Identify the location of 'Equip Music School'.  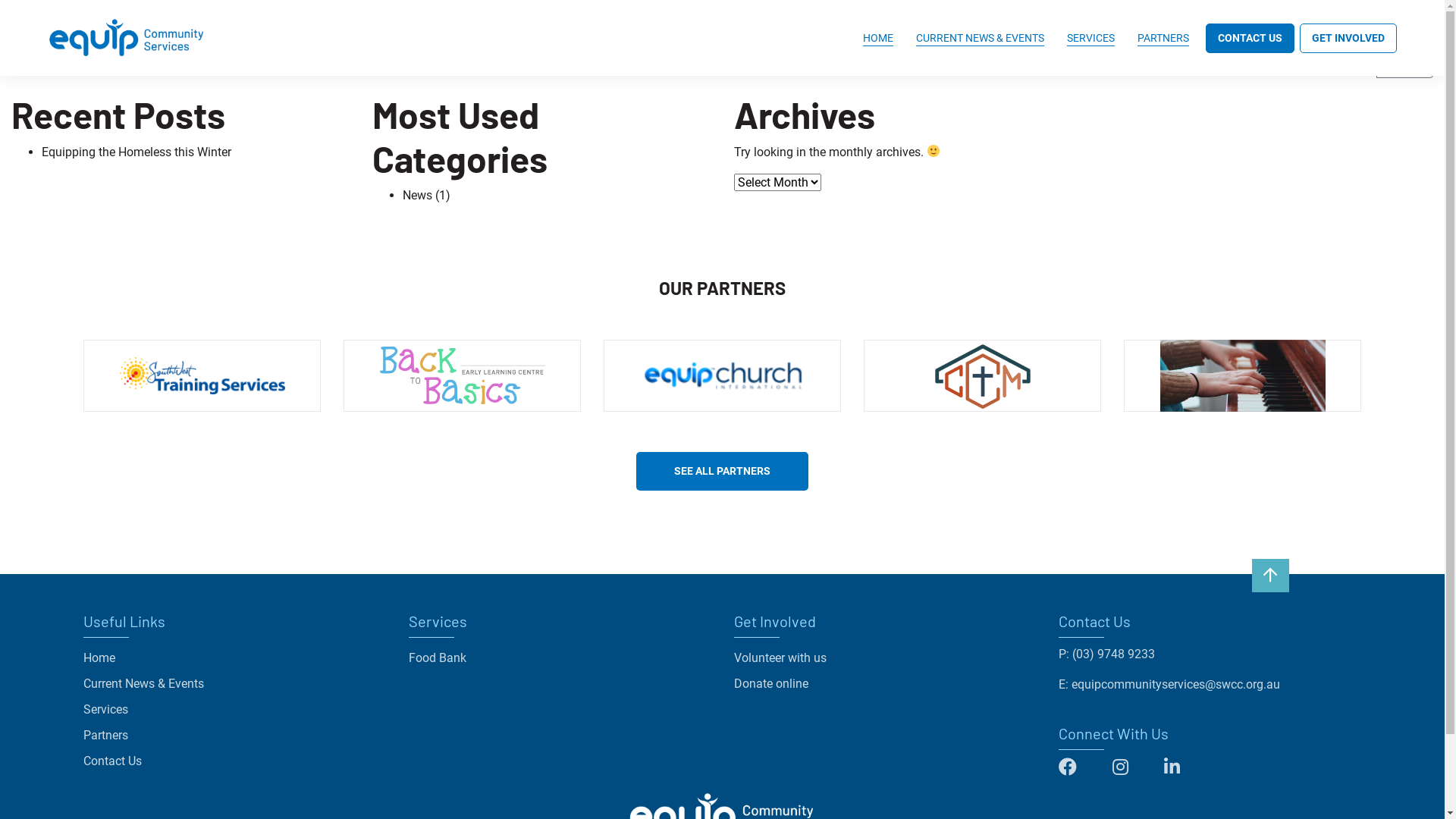
(1242, 377).